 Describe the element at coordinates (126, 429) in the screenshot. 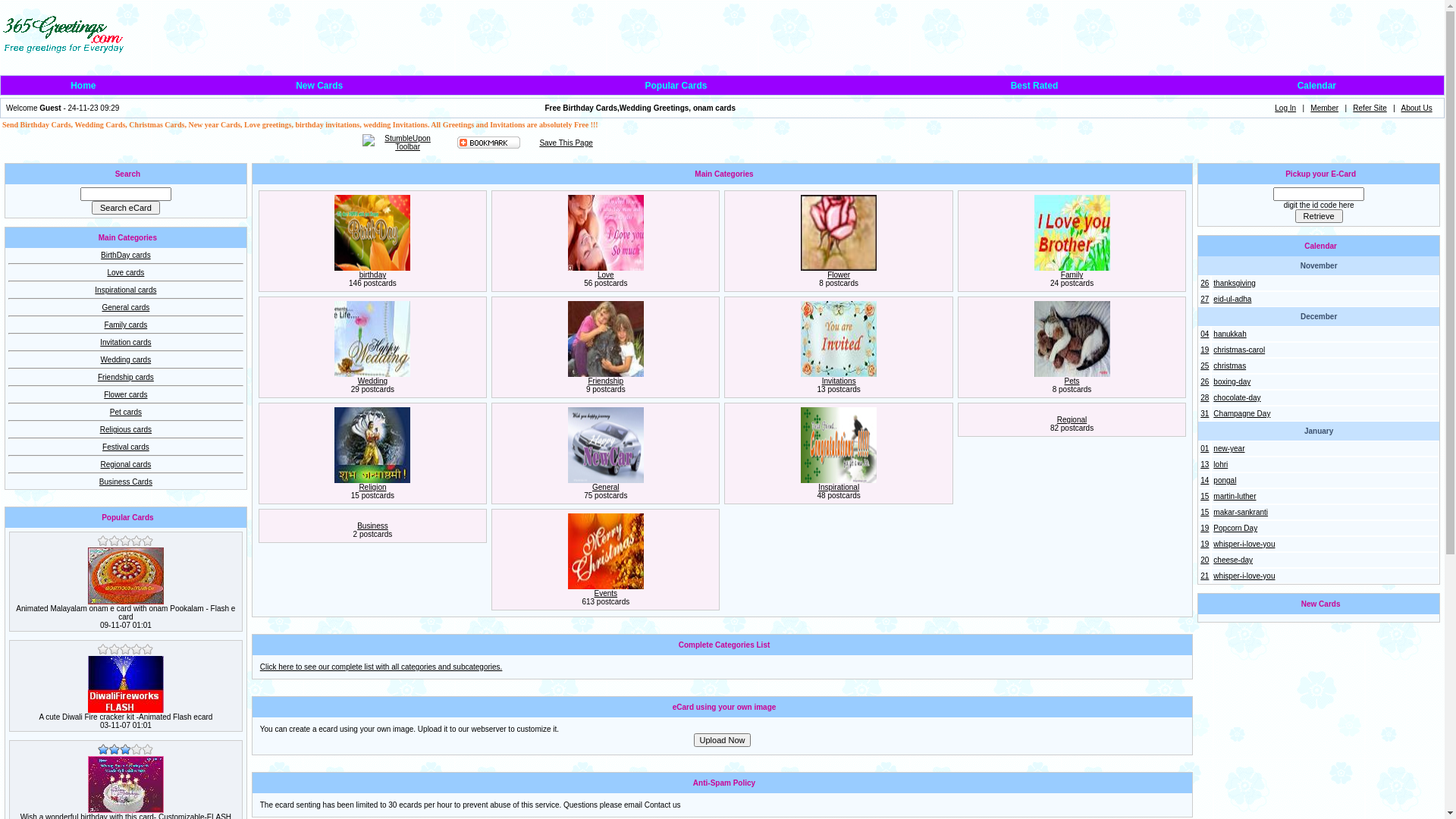

I see `'Religious cards'` at that location.